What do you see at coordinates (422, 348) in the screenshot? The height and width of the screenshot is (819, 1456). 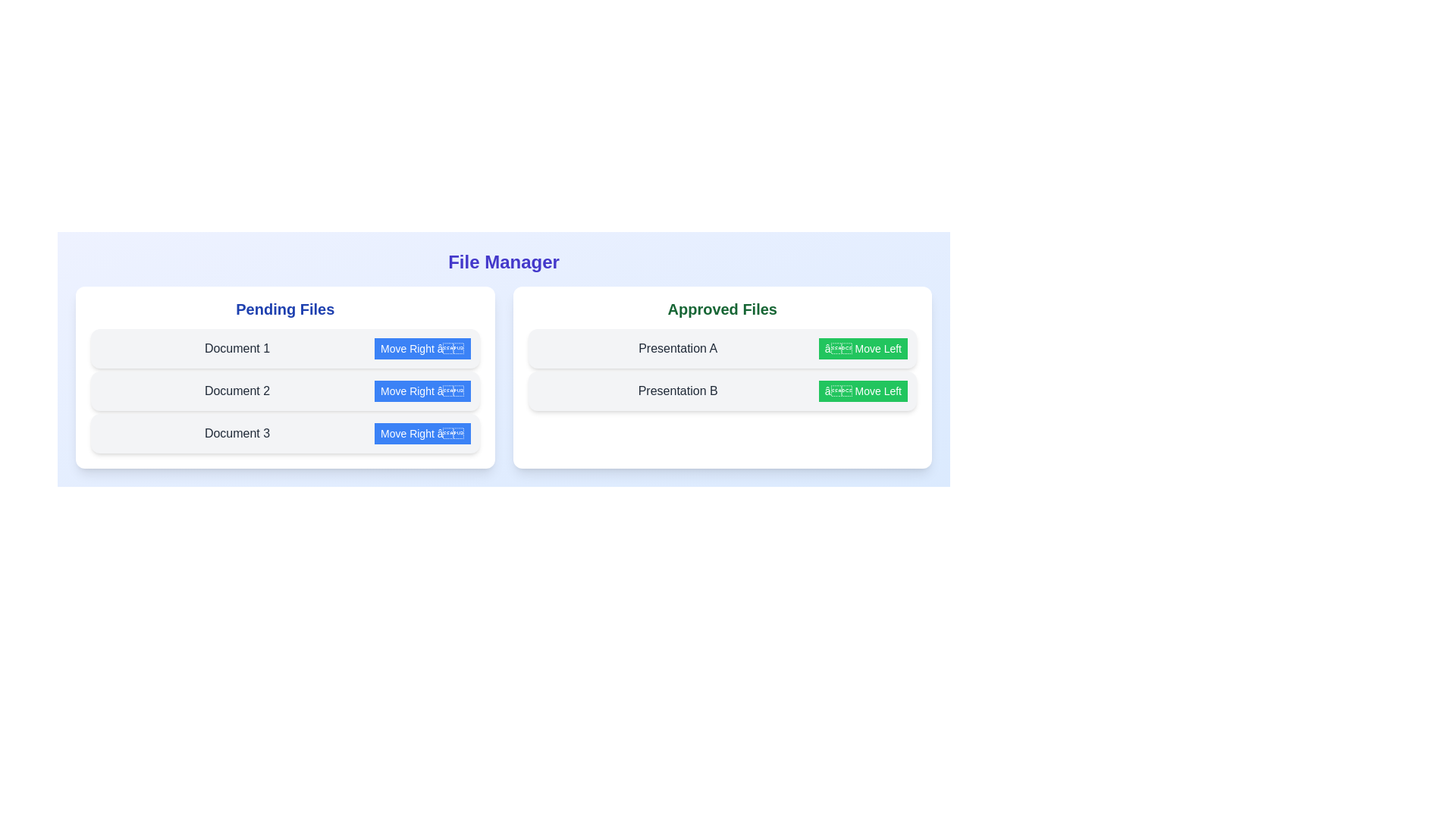 I see `button to transfer Document 1 to the other list` at bounding box center [422, 348].